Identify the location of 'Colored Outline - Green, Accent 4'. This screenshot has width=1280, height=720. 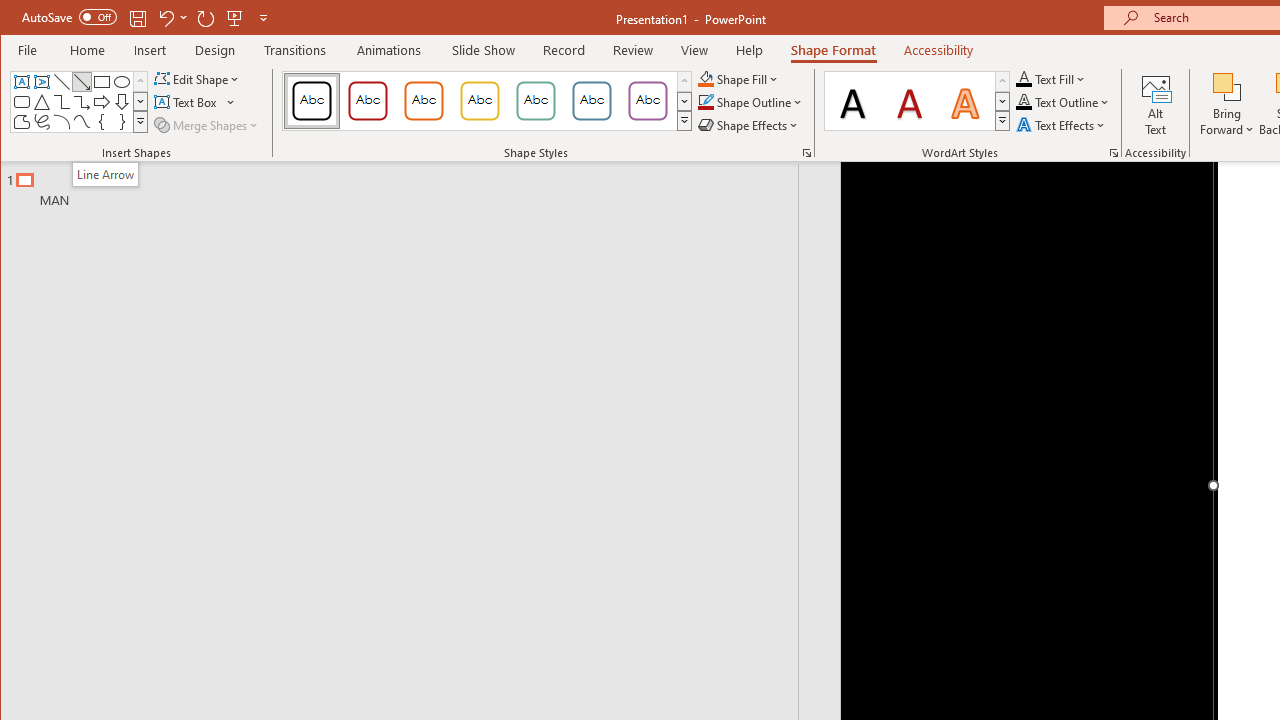
(536, 100).